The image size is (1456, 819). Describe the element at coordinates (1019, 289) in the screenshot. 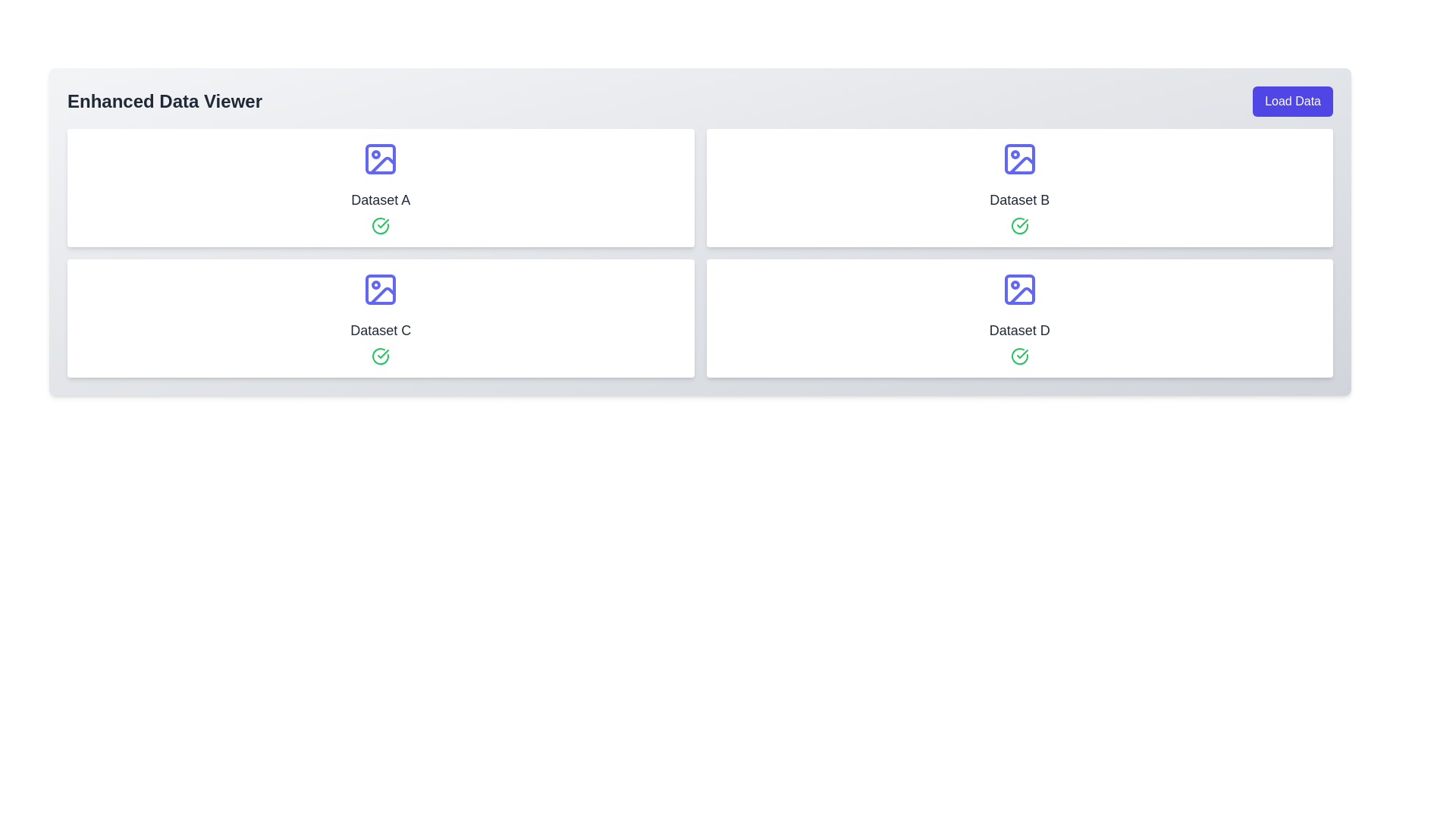

I see `the bottom-right icon representing 'Dataset D'` at that location.